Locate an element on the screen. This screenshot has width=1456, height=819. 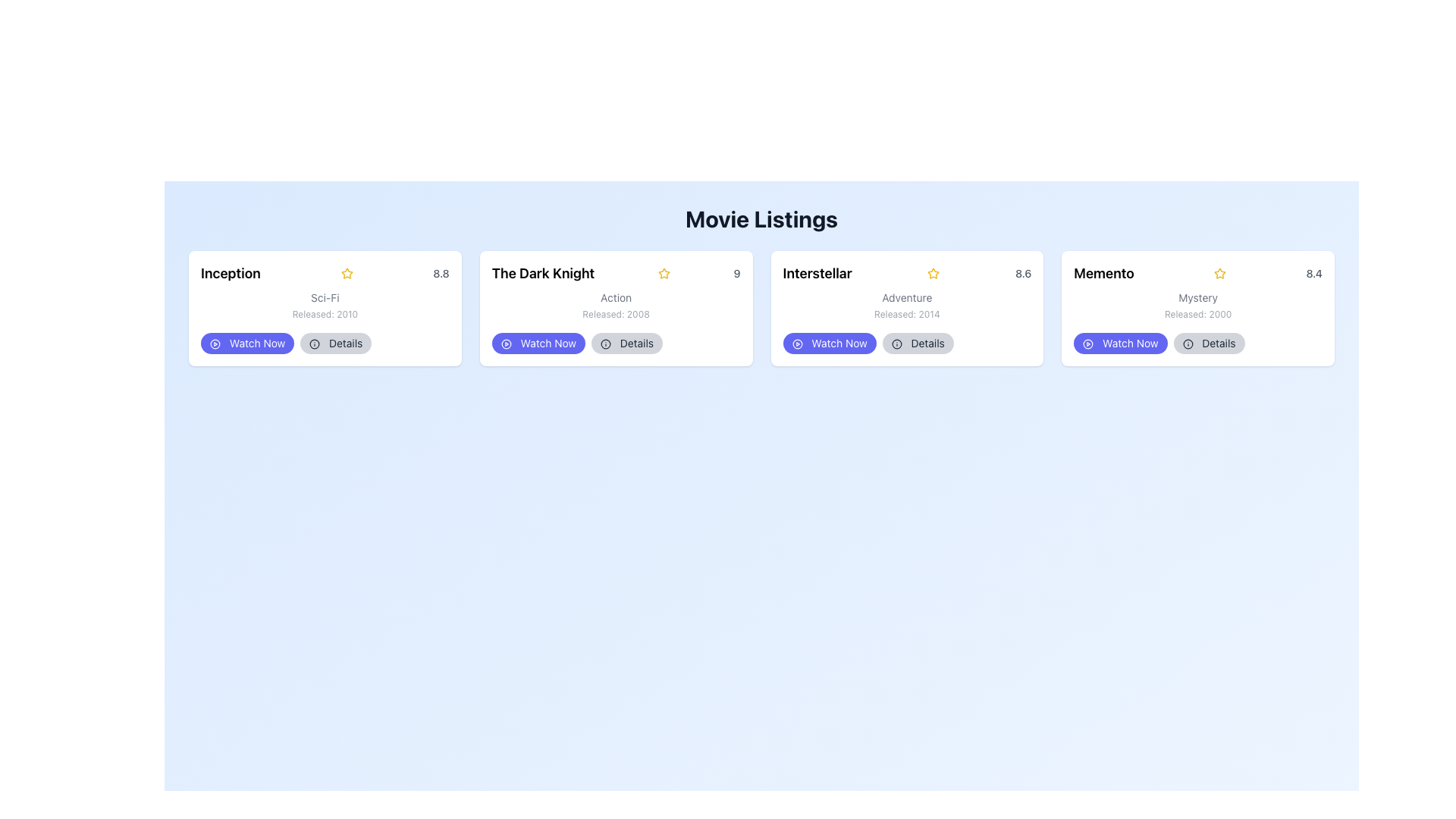
the circular graphical component of the information icon, which is part of an SVG icon located to the left of the 'Watch Now' button in the film 'Memento' card is located at coordinates (1187, 344).